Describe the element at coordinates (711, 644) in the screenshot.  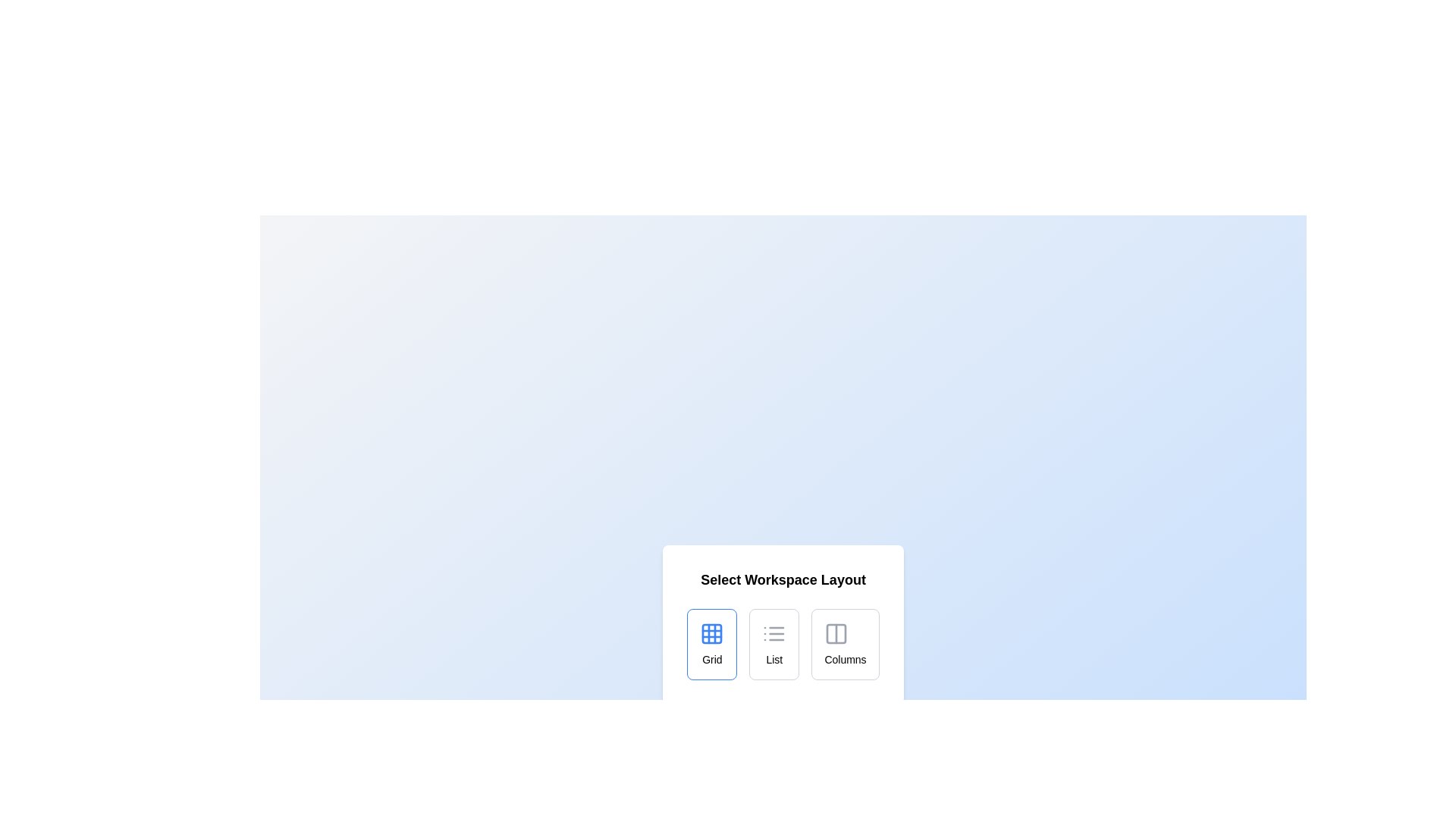
I see `the layout option Grid by clicking on the respective button` at that location.